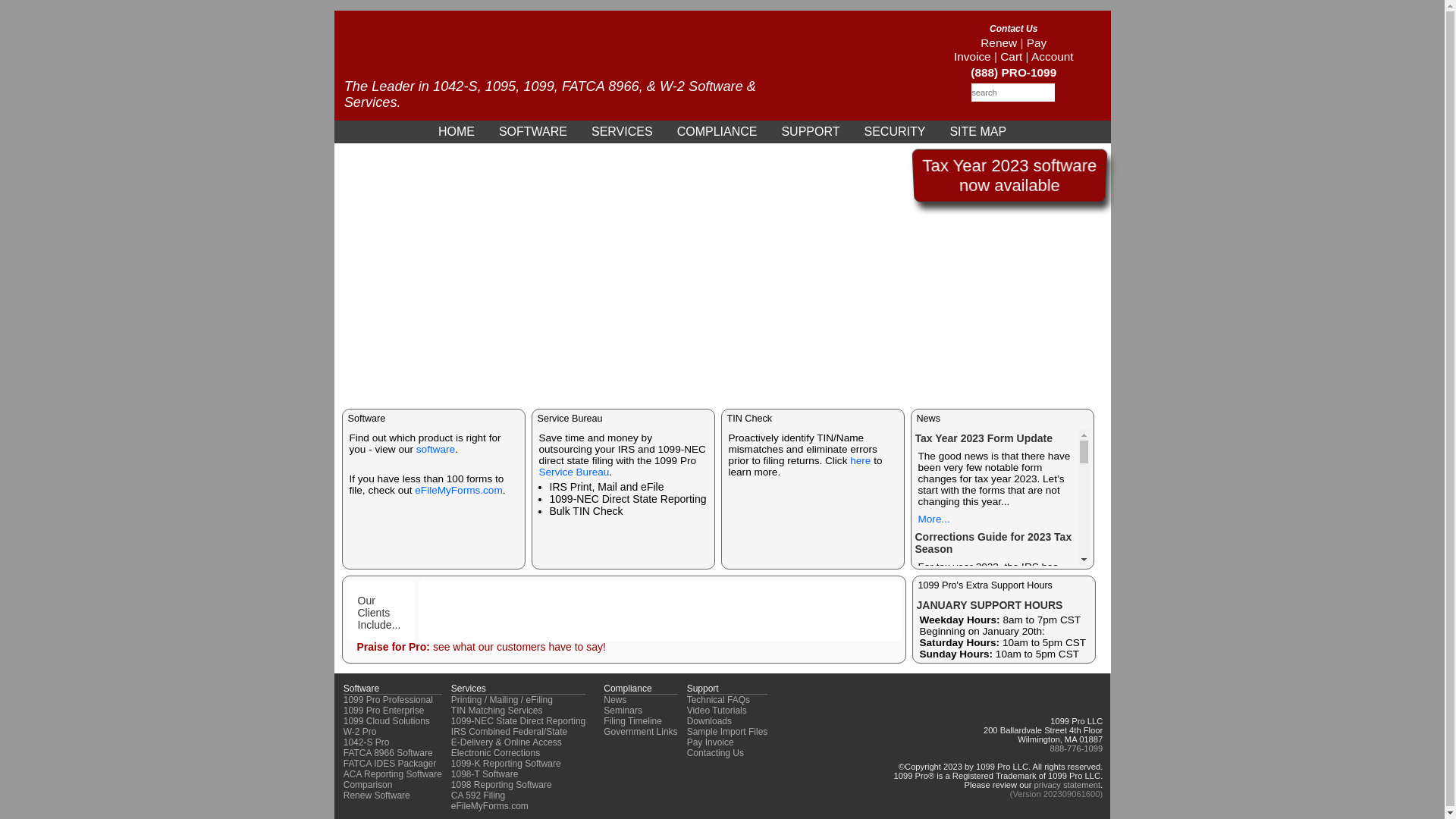 The image size is (1456, 819). I want to click on 'Renew', so click(980, 42).